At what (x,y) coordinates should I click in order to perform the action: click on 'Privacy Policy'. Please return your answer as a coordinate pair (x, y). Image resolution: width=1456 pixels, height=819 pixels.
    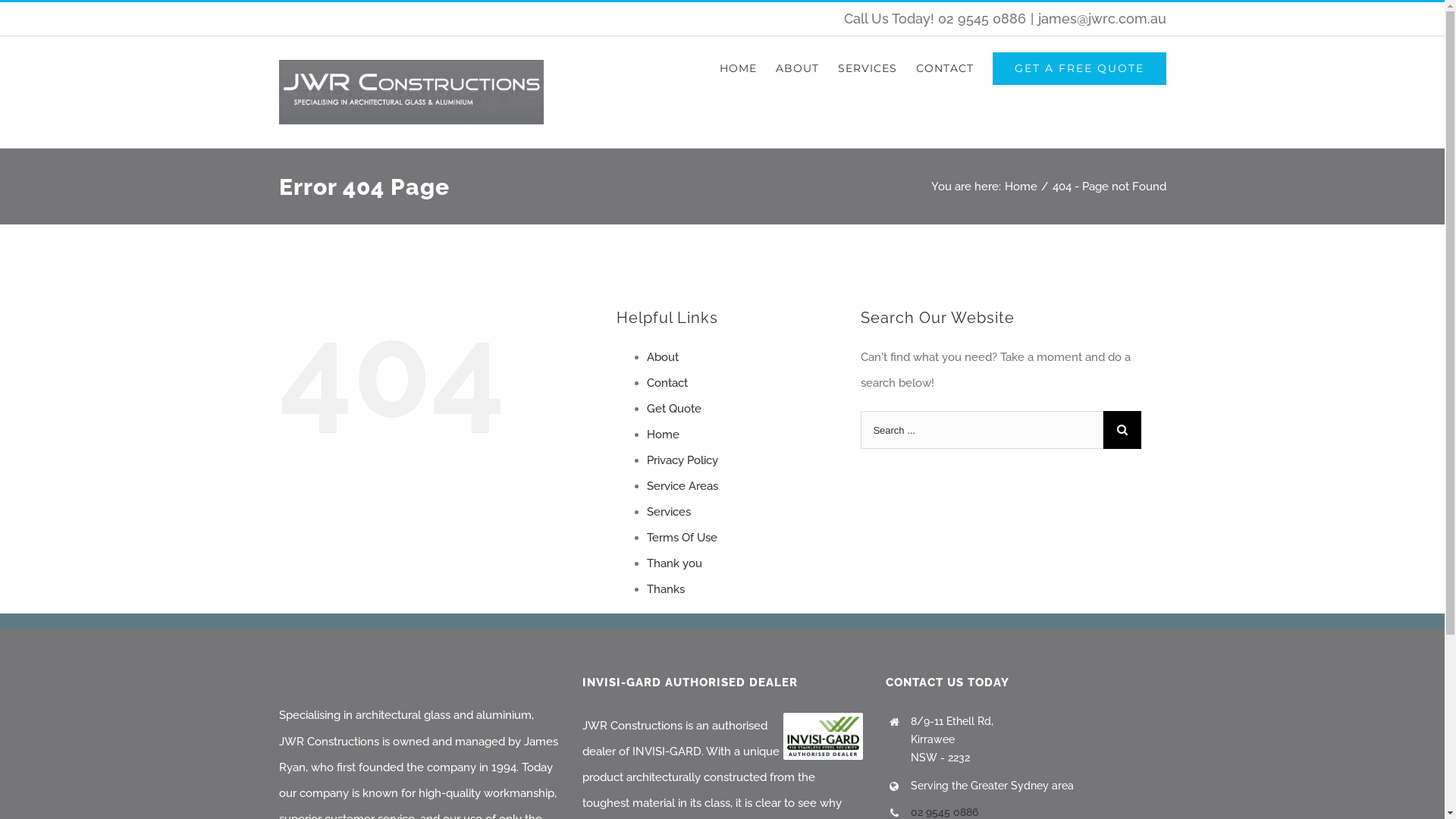
    Looking at the image, I should click on (680, 459).